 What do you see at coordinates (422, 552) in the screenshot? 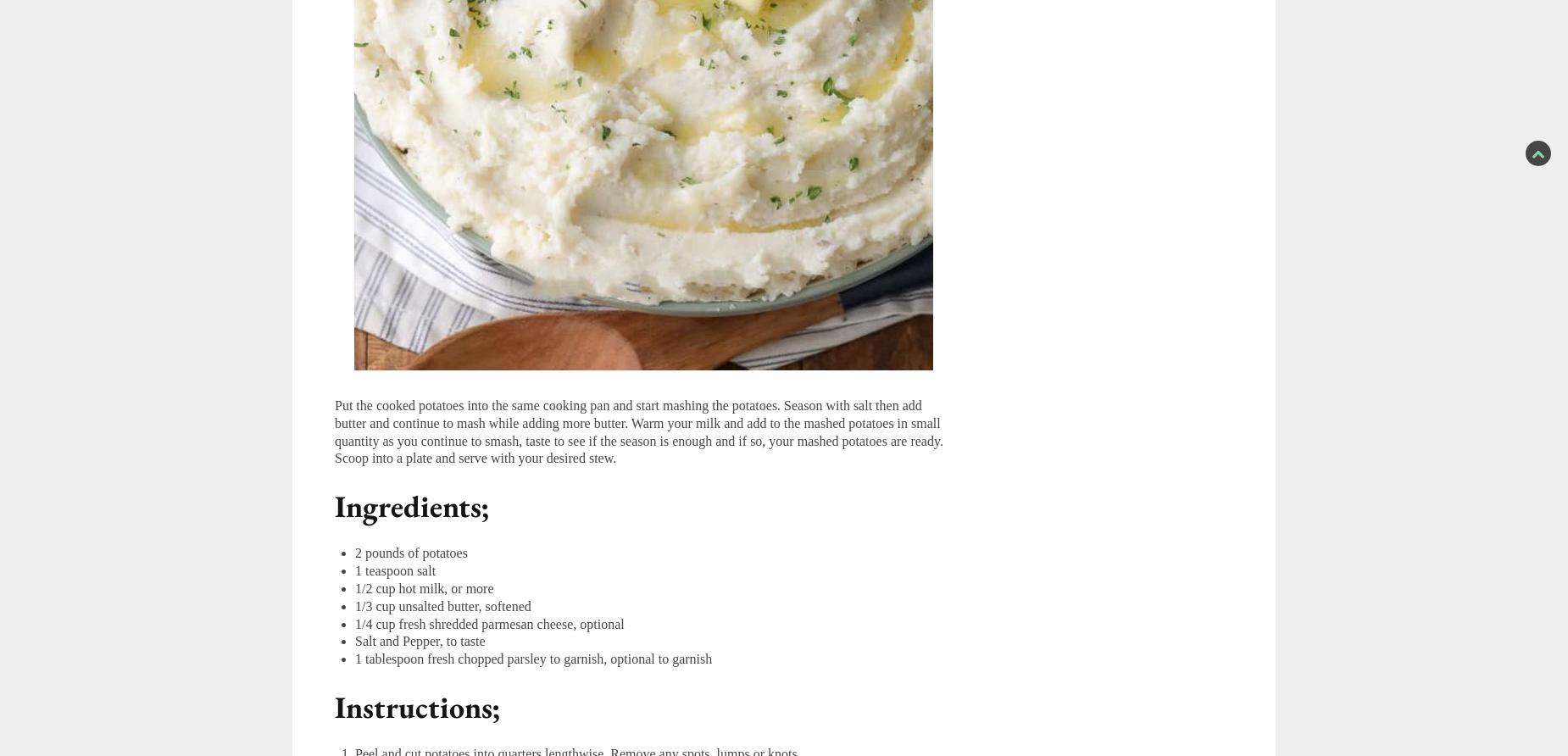
I see `'potatoes'` at bounding box center [422, 552].